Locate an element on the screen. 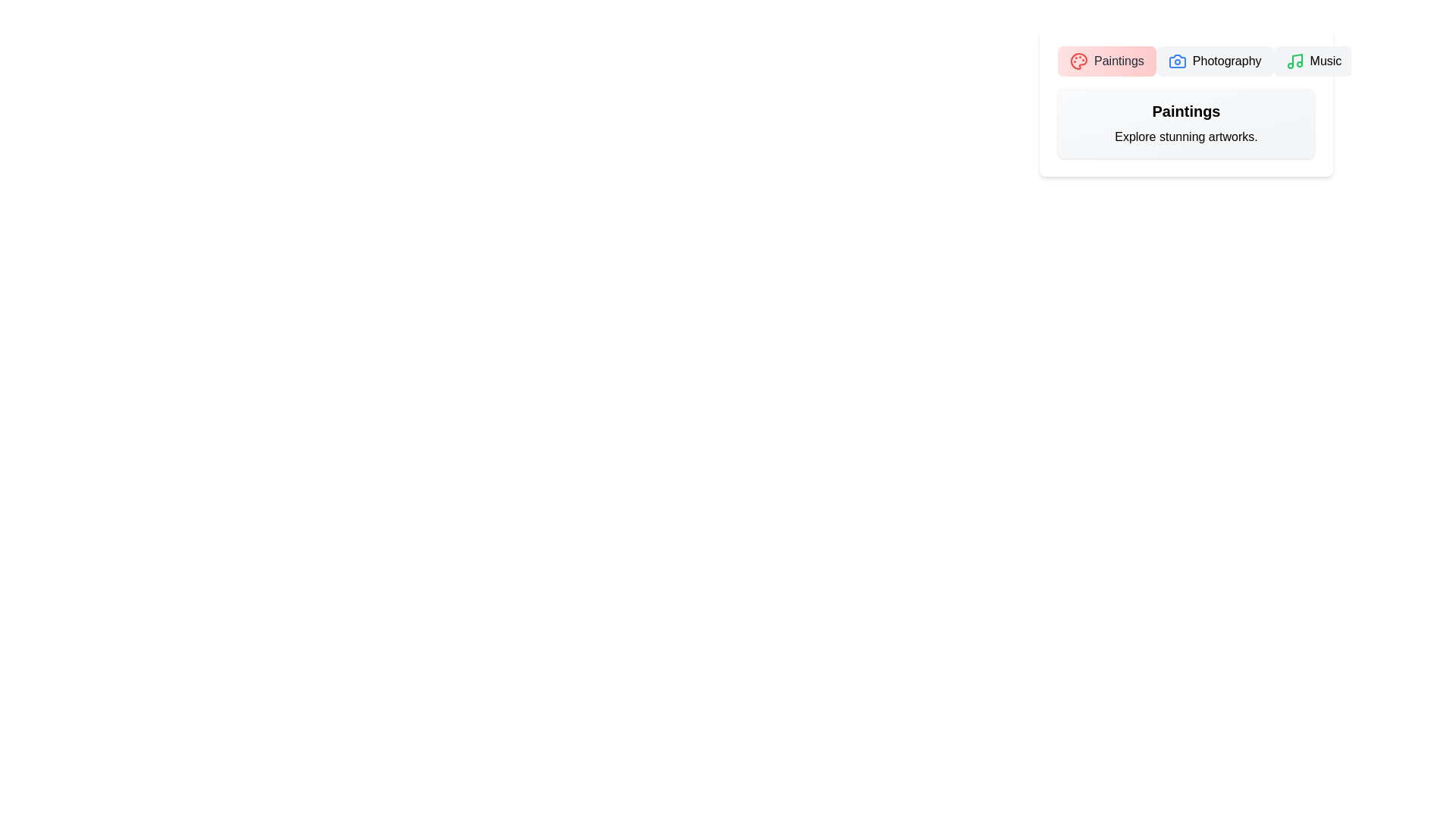 The width and height of the screenshot is (1456, 819). the tab labeled Photography to view its content is located at coordinates (1215, 61).